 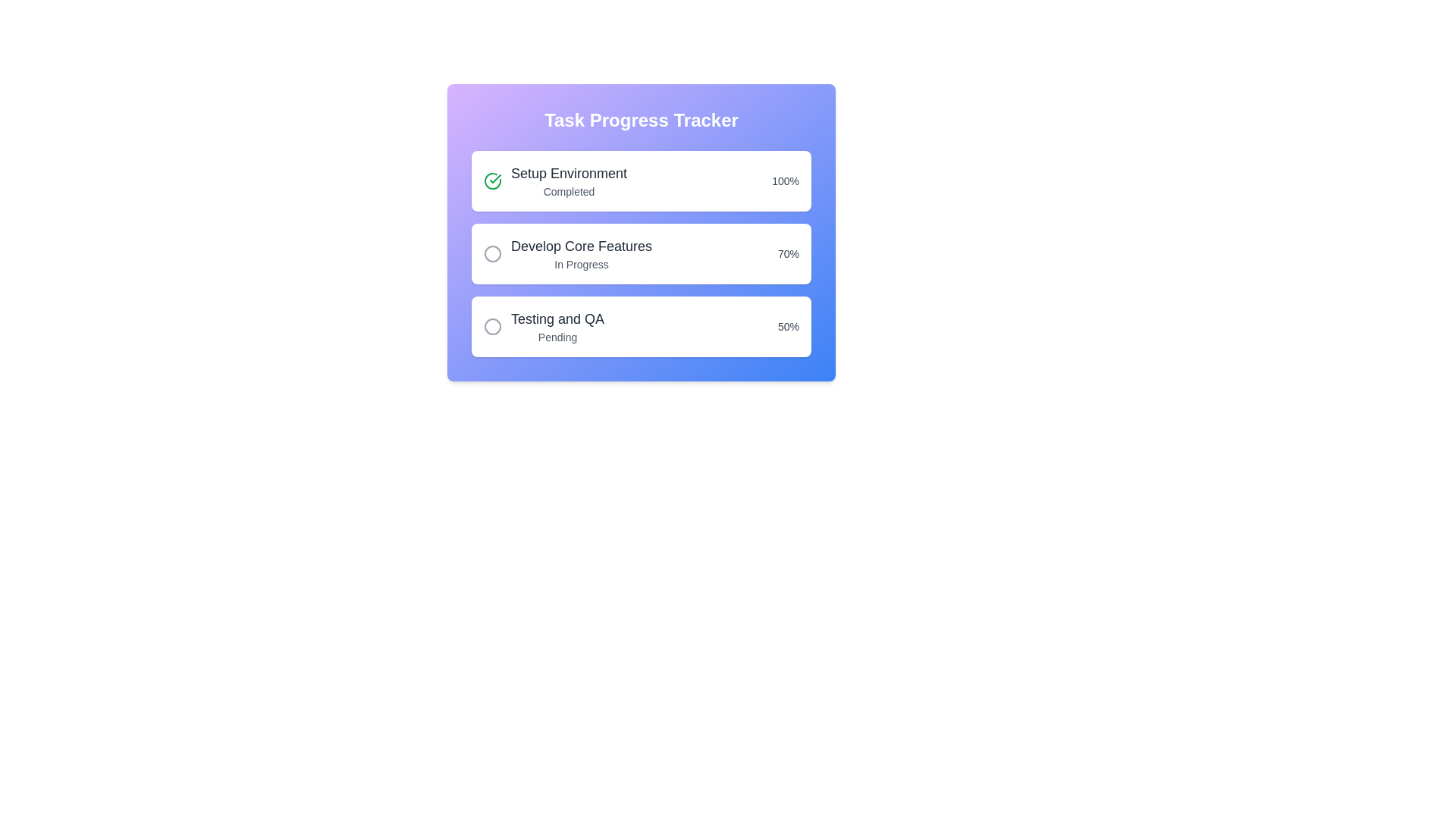 What do you see at coordinates (568, 180) in the screenshot?
I see `the static text component displaying 'Setup Environment' and 'Completed' in the 'Task Progress Tracker' card, which is the first row of completed tasks` at bounding box center [568, 180].